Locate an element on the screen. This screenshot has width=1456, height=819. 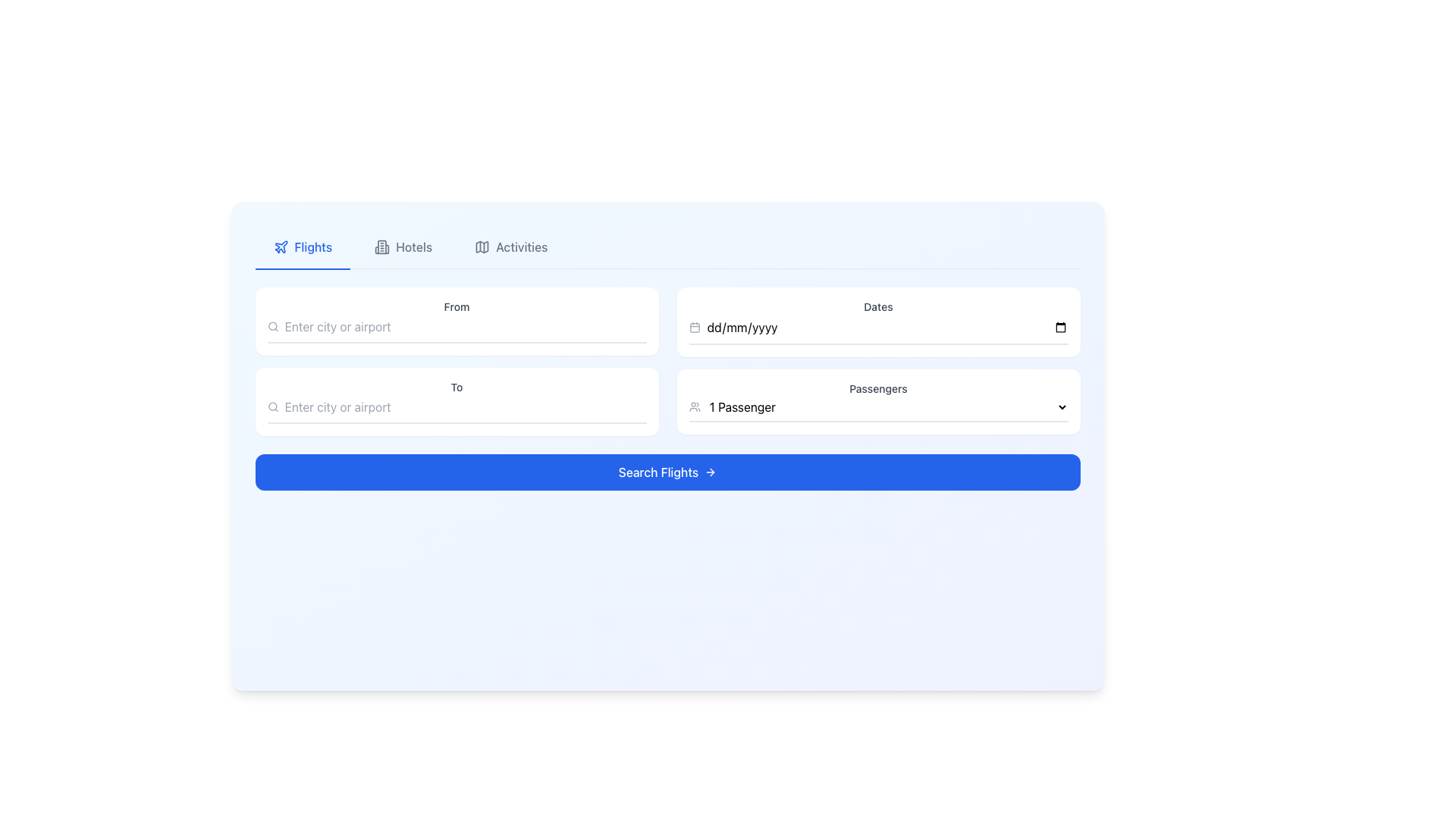
the forward arrow icon located to the right of the 'Search Flights' text label in the blue button at the lower center of the interface is located at coordinates (711, 472).